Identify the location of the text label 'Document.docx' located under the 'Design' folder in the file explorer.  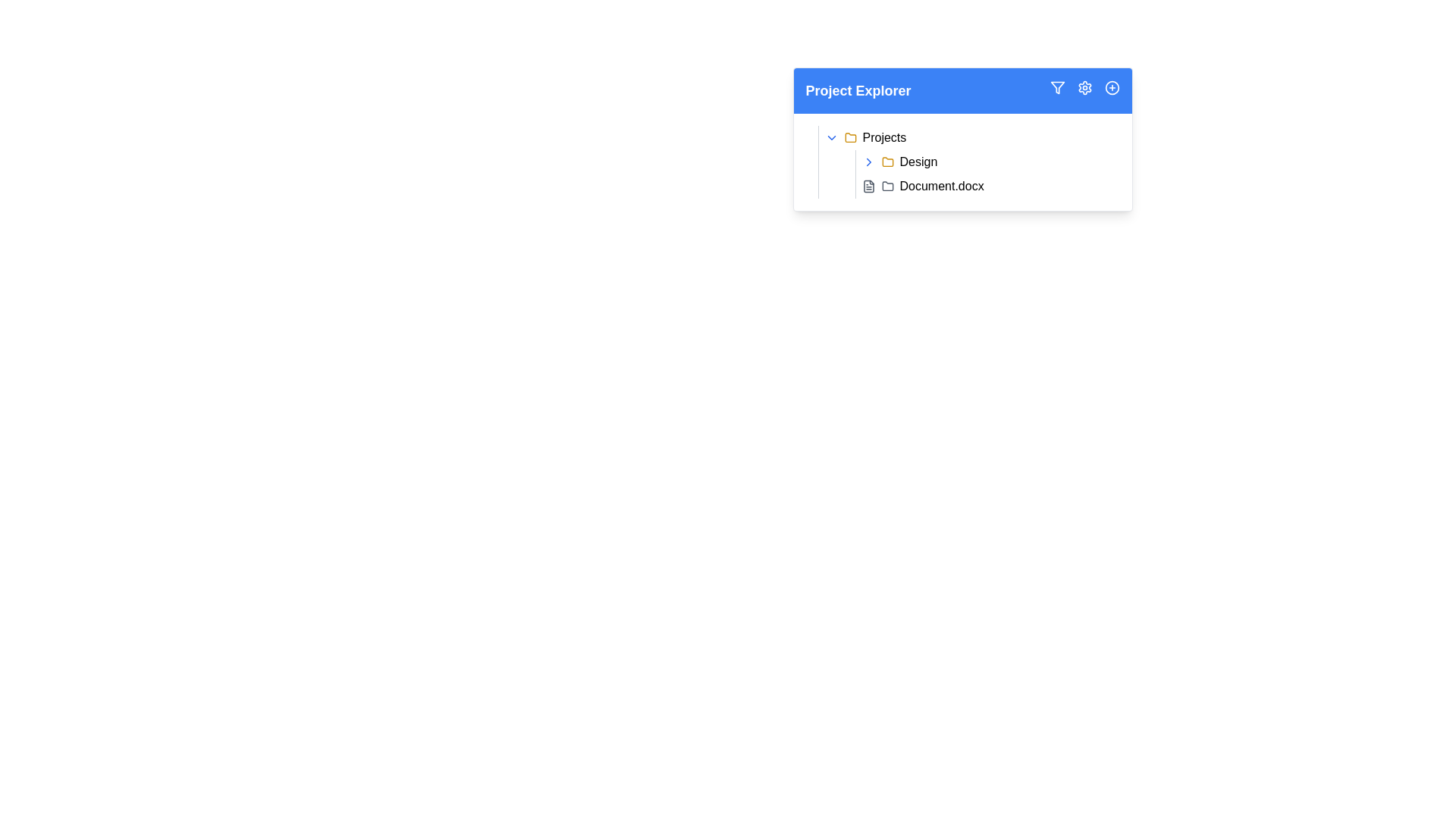
(941, 186).